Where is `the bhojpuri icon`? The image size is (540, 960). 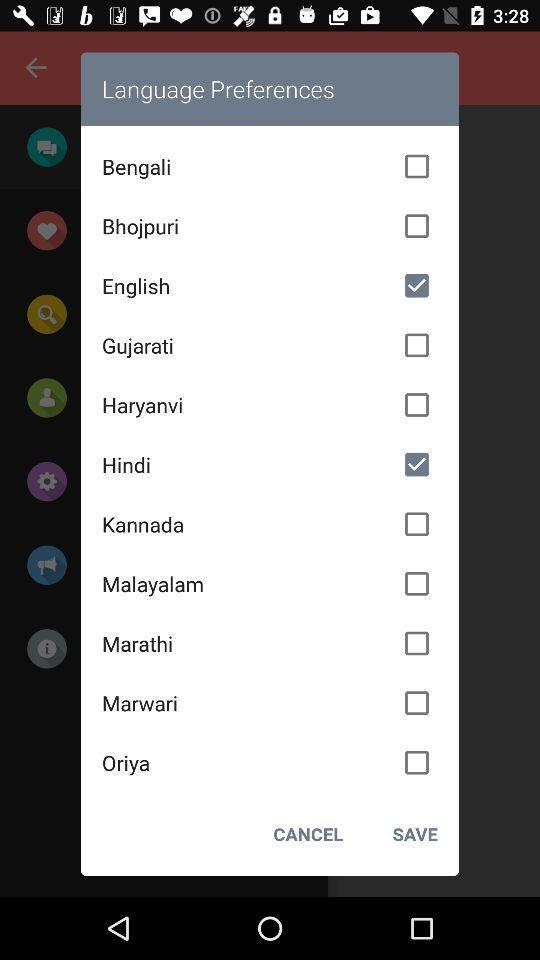
the bhojpuri icon is located at coordinates (270, 226).